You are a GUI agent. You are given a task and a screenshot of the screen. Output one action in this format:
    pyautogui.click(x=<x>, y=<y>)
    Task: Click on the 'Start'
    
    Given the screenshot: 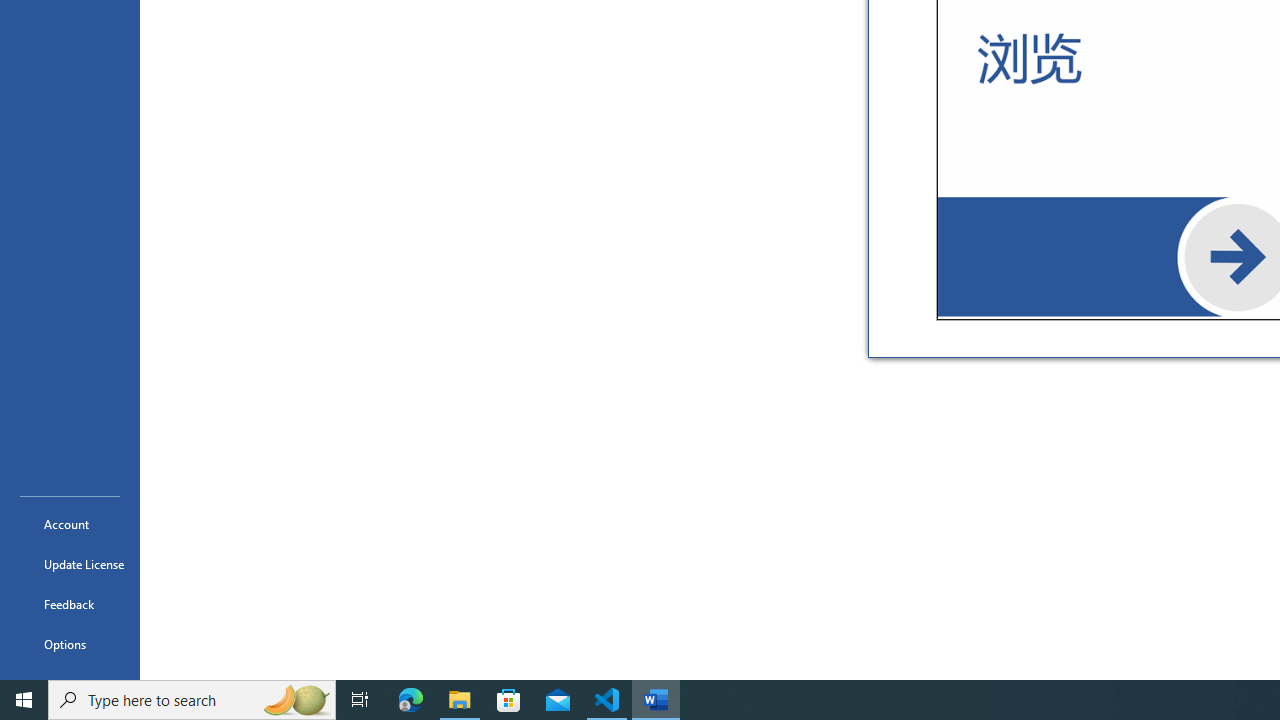 What is the action you would take?
    pyautogui.click(x=24, y=698)
    